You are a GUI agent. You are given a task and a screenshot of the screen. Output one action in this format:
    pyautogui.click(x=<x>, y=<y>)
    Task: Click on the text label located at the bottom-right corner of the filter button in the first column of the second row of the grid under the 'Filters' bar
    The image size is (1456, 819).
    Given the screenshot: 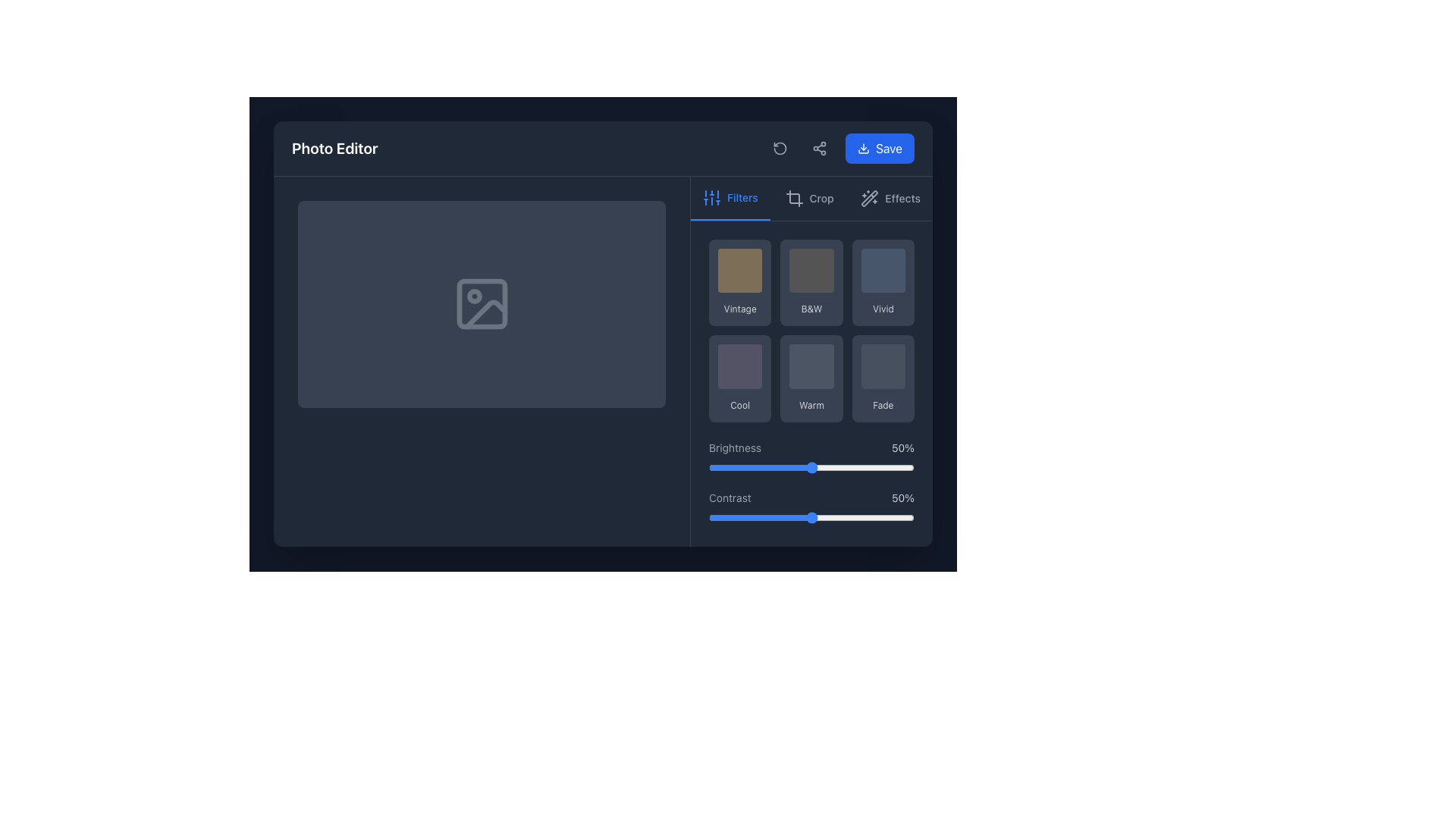 What is the action you would take?
    pyautogui.click(x=740, y=404)
    